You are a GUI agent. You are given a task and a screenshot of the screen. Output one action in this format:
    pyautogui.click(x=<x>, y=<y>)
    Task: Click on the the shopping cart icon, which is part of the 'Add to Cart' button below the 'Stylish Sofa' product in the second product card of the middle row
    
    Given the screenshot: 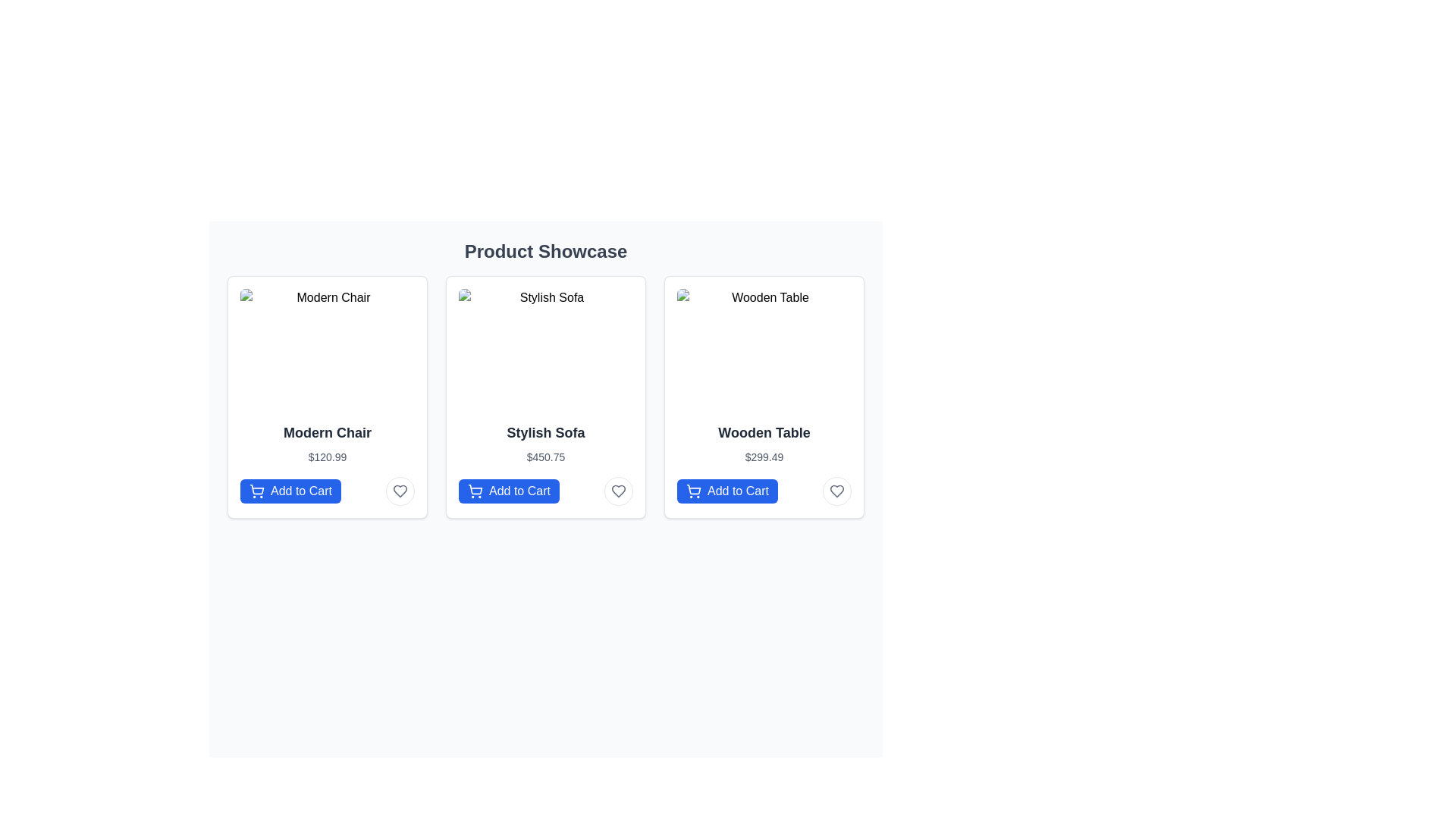 What is the action you would take?
    pyautogui.click(x=475, y=489)
    